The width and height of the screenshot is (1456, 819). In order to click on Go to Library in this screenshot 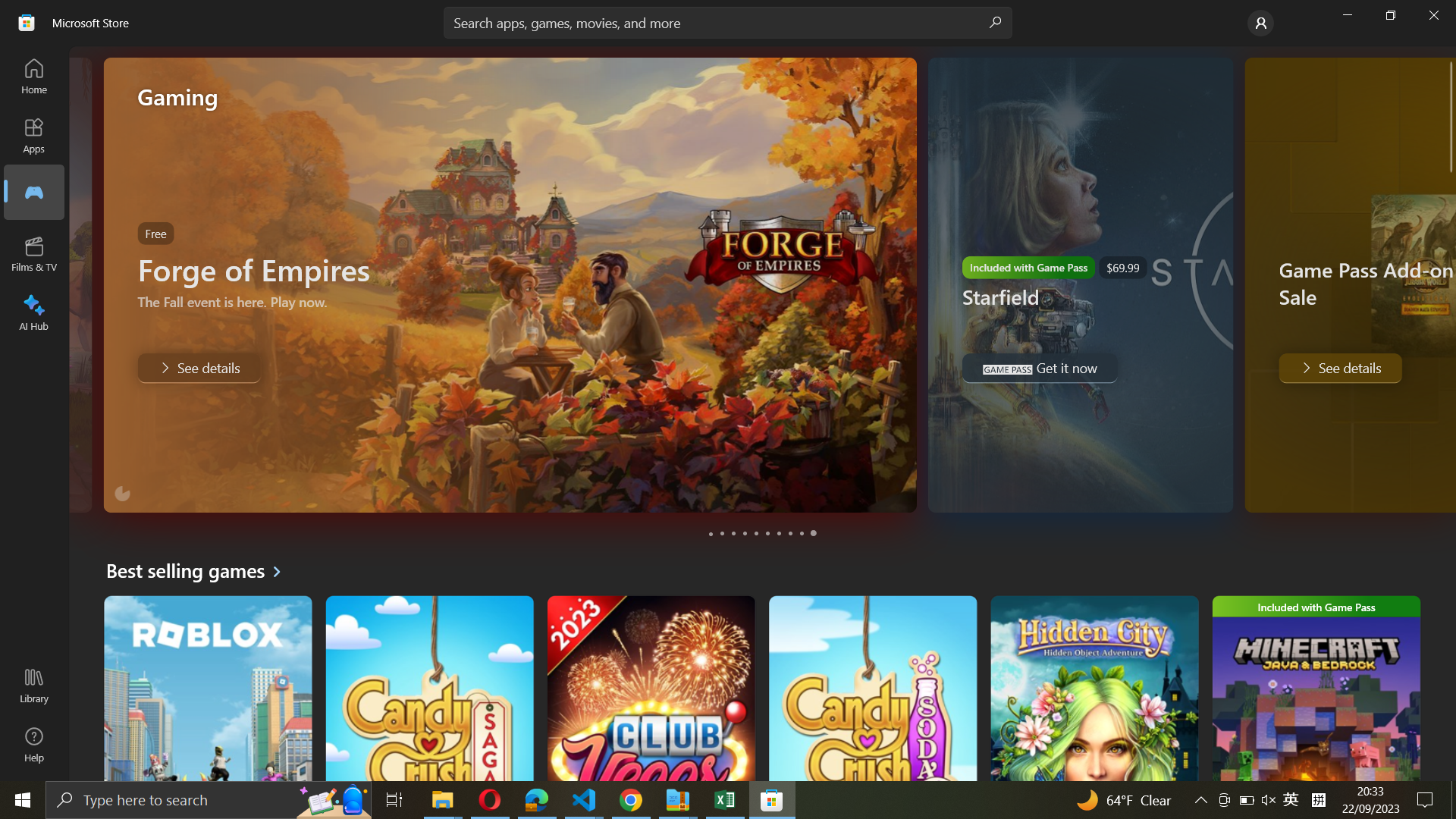, I will do `click(36, 687)`.